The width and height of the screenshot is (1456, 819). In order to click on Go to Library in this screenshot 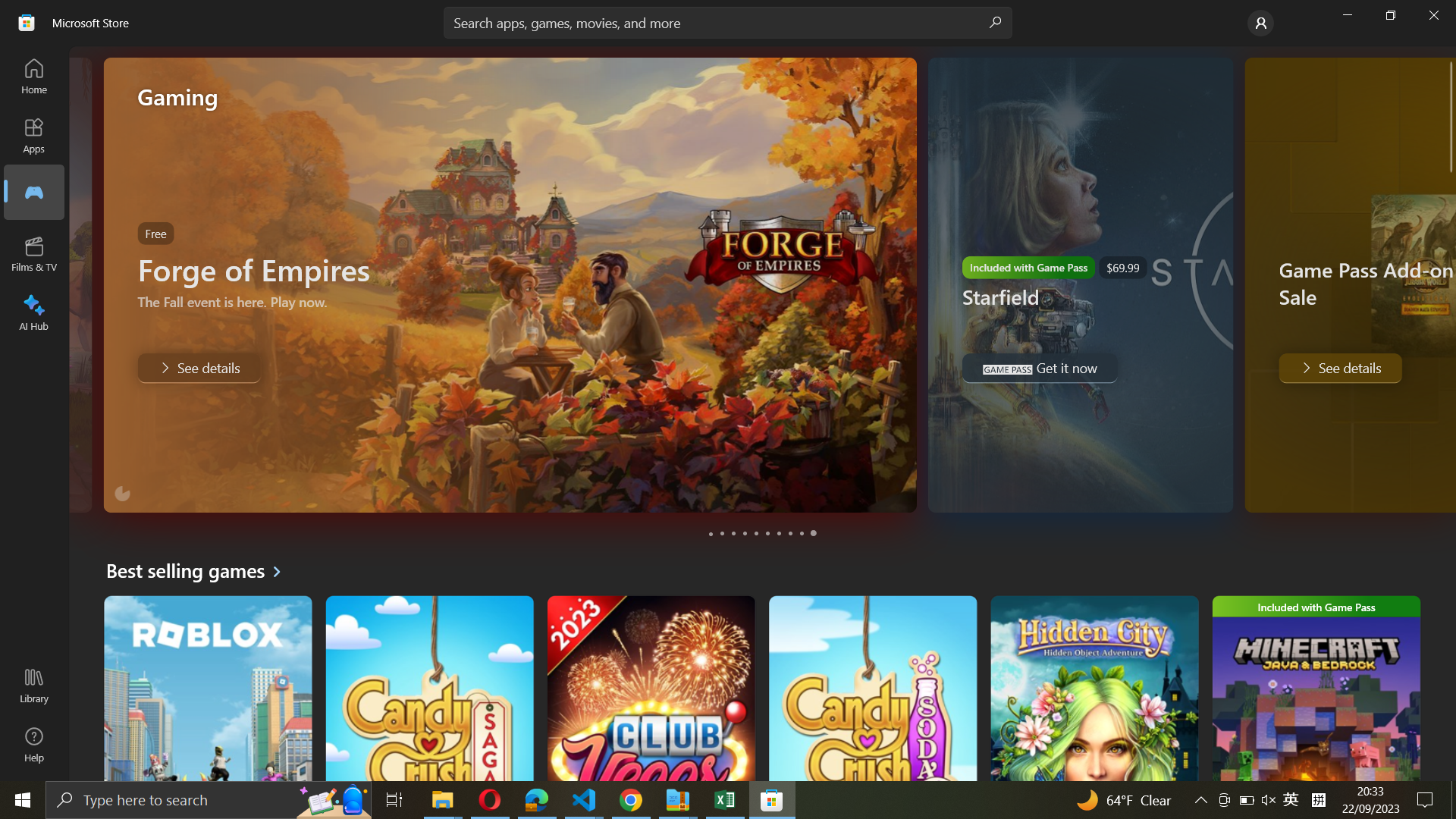, I will do `click(36, 687)`.